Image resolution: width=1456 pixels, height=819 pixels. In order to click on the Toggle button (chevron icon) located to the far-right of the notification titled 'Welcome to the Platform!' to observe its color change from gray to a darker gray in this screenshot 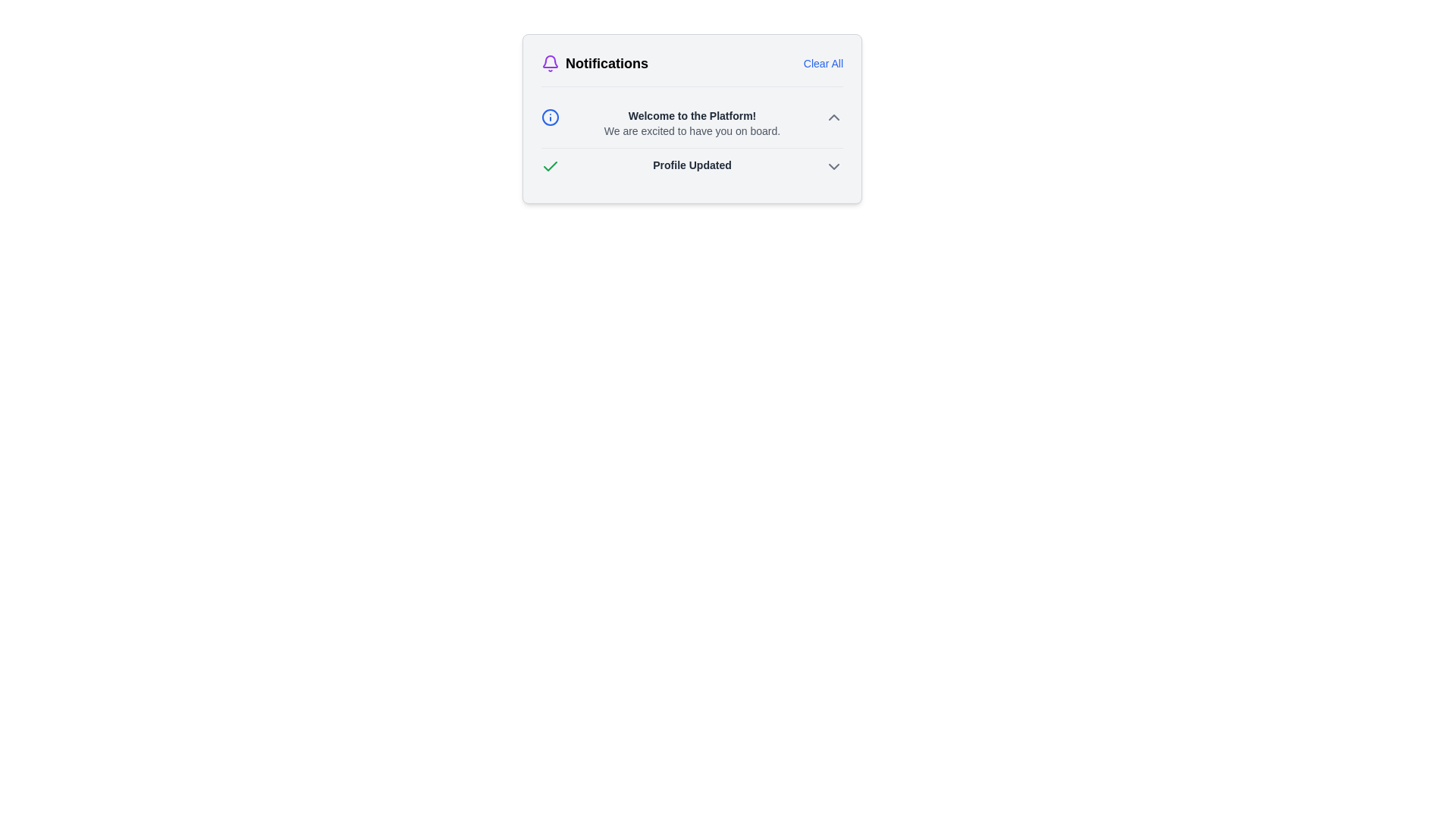, I will do `click(833, 116)`.